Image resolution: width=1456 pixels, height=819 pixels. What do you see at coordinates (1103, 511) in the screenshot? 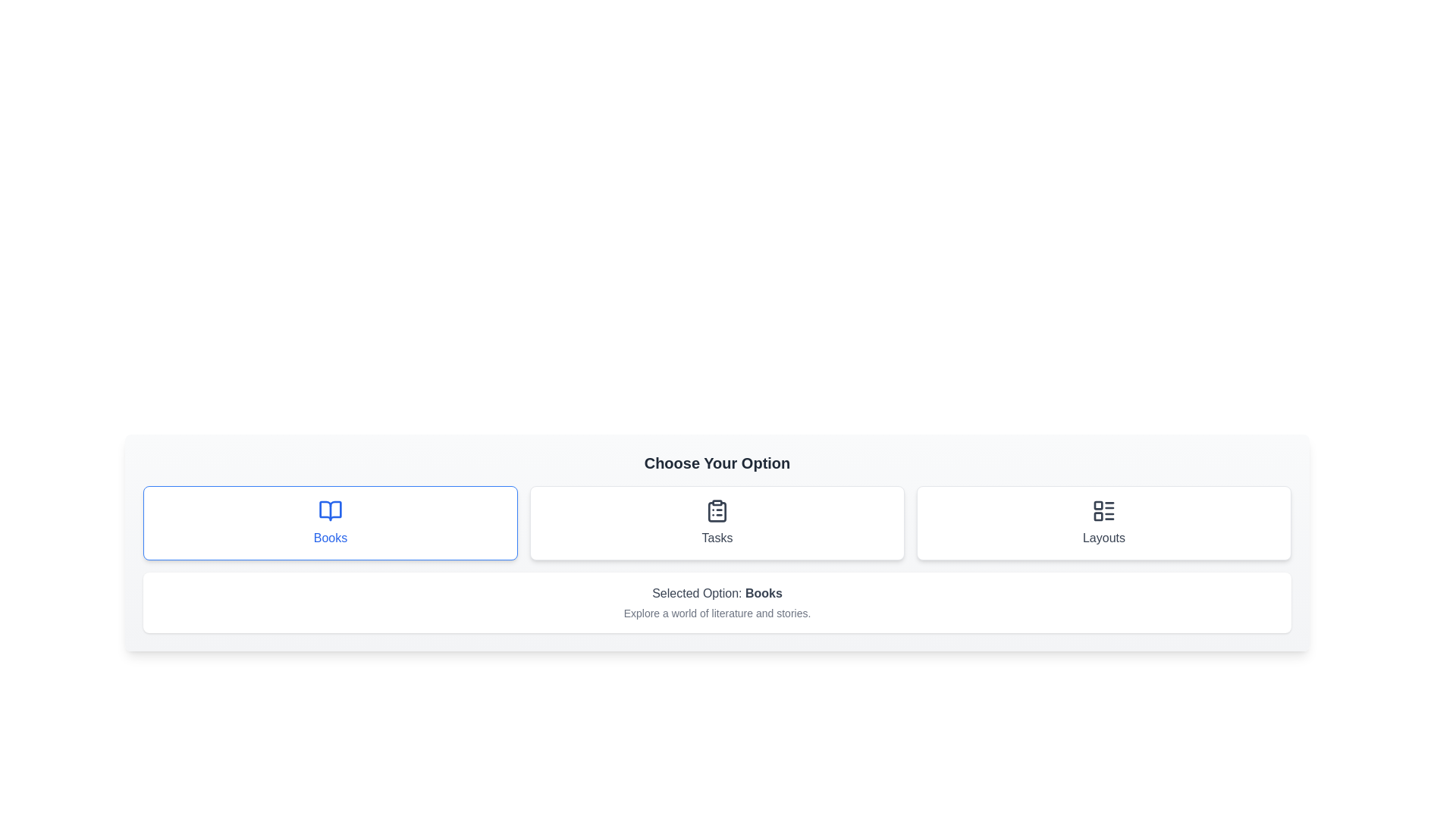
I see `the 'Layouts' icon, which is centrally positioned above the text 'Layouts' within its option card` at bounding box center [1103, 511].